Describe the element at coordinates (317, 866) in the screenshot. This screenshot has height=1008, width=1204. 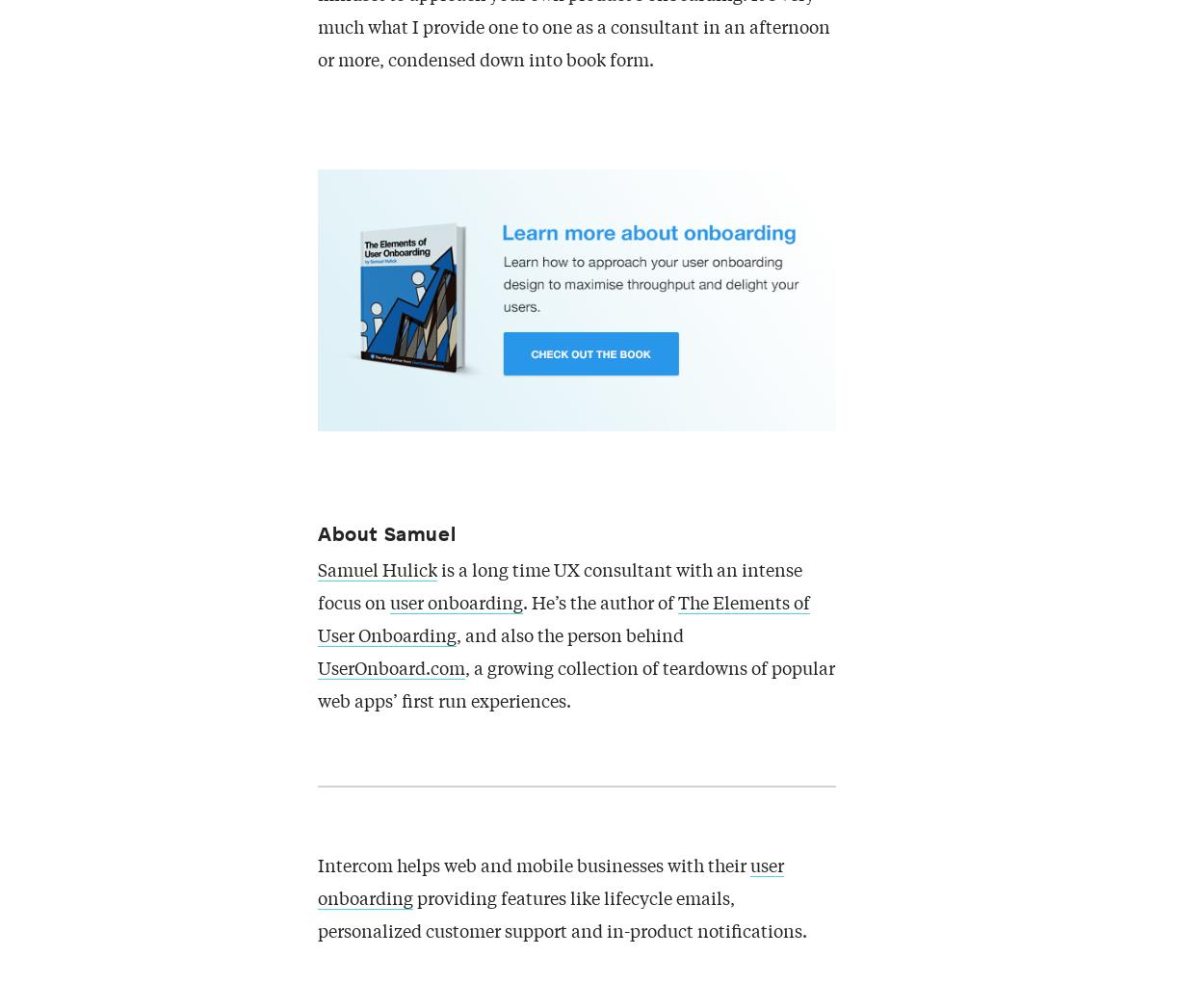
I see `'Intercom helps web and mobile businesses with their'` at that location.